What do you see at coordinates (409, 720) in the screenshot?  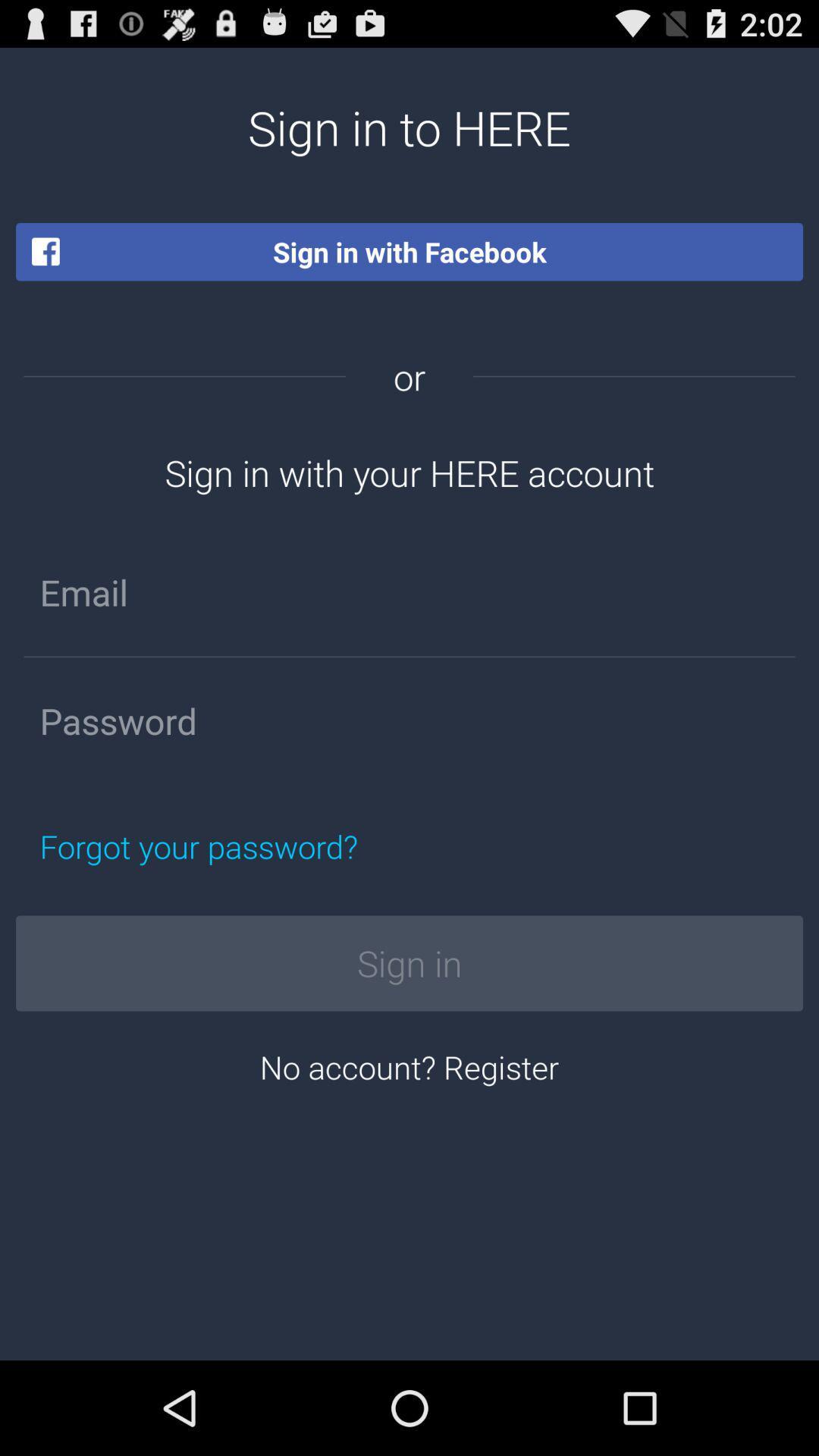 I see `the password` at bounding box center [409, 720].